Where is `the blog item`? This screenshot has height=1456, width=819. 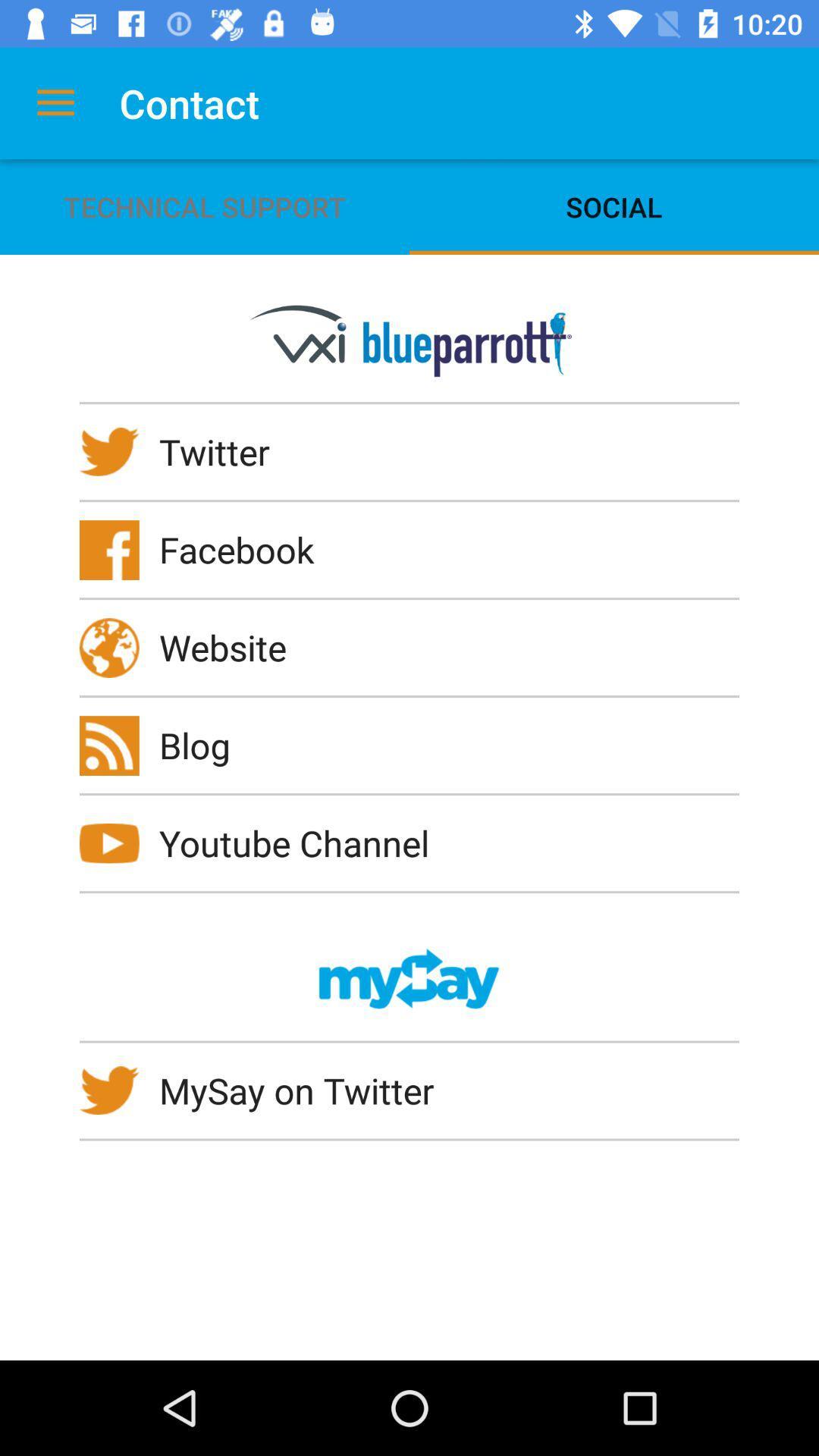 the blog item is located at coordinates (205, 745).